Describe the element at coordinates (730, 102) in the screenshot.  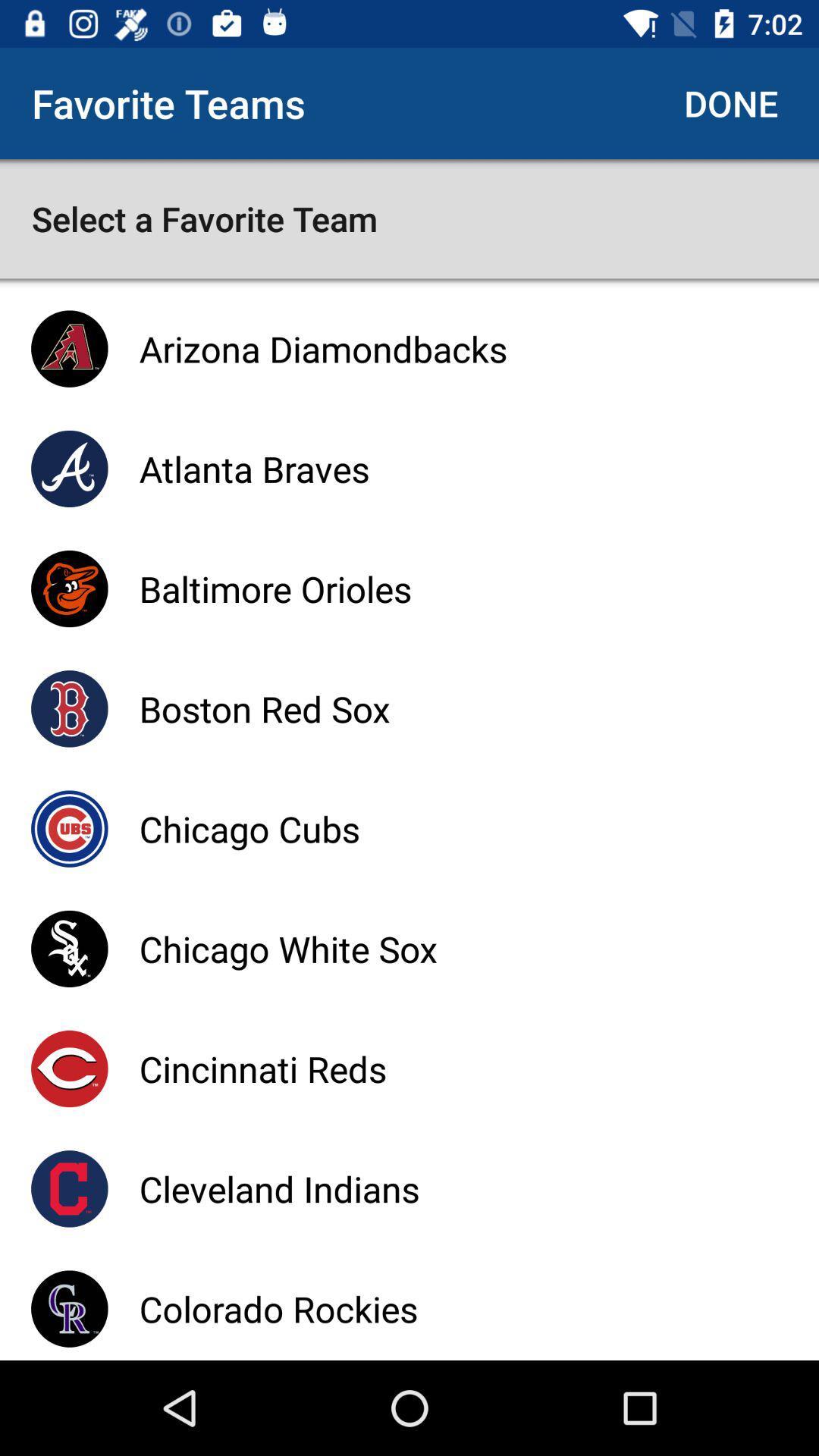
I see `app next to favorite teams` at that location.